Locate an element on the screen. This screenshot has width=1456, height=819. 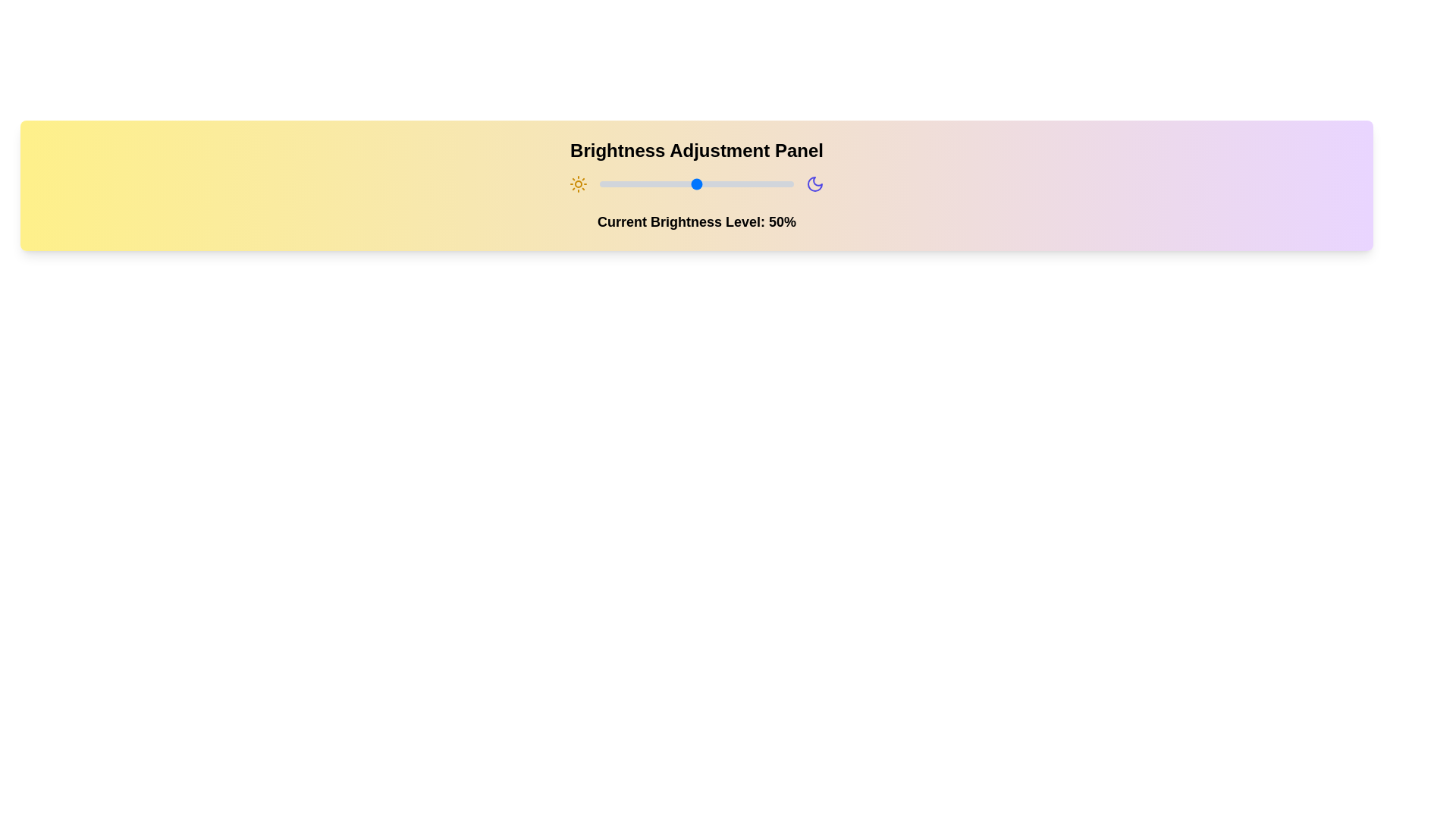
the brightness slider to set the brightness to 99% is located at coordinates (791, 184).